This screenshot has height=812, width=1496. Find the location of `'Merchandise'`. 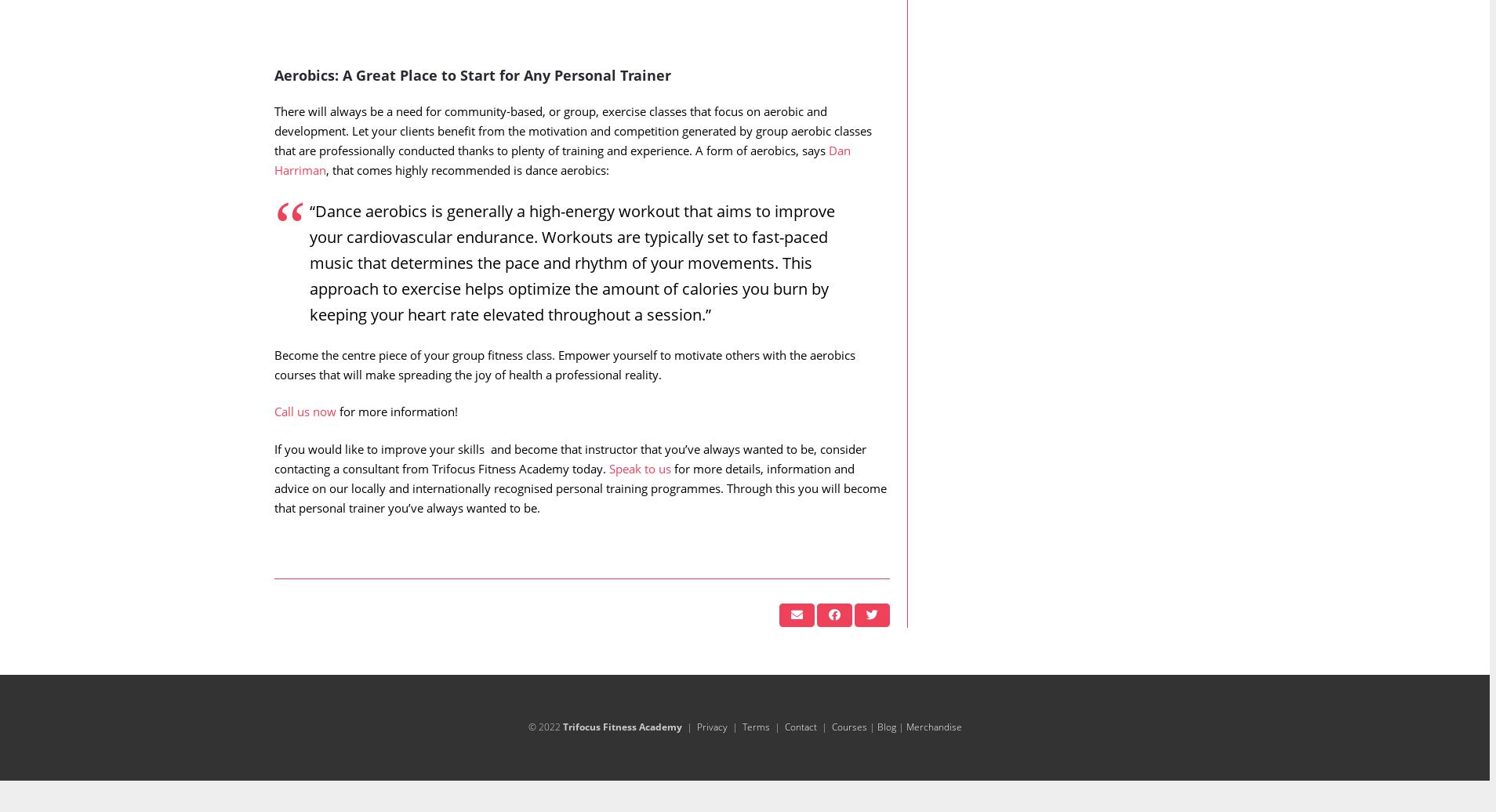

'Merchandise' is located at coordinates (932, 758).